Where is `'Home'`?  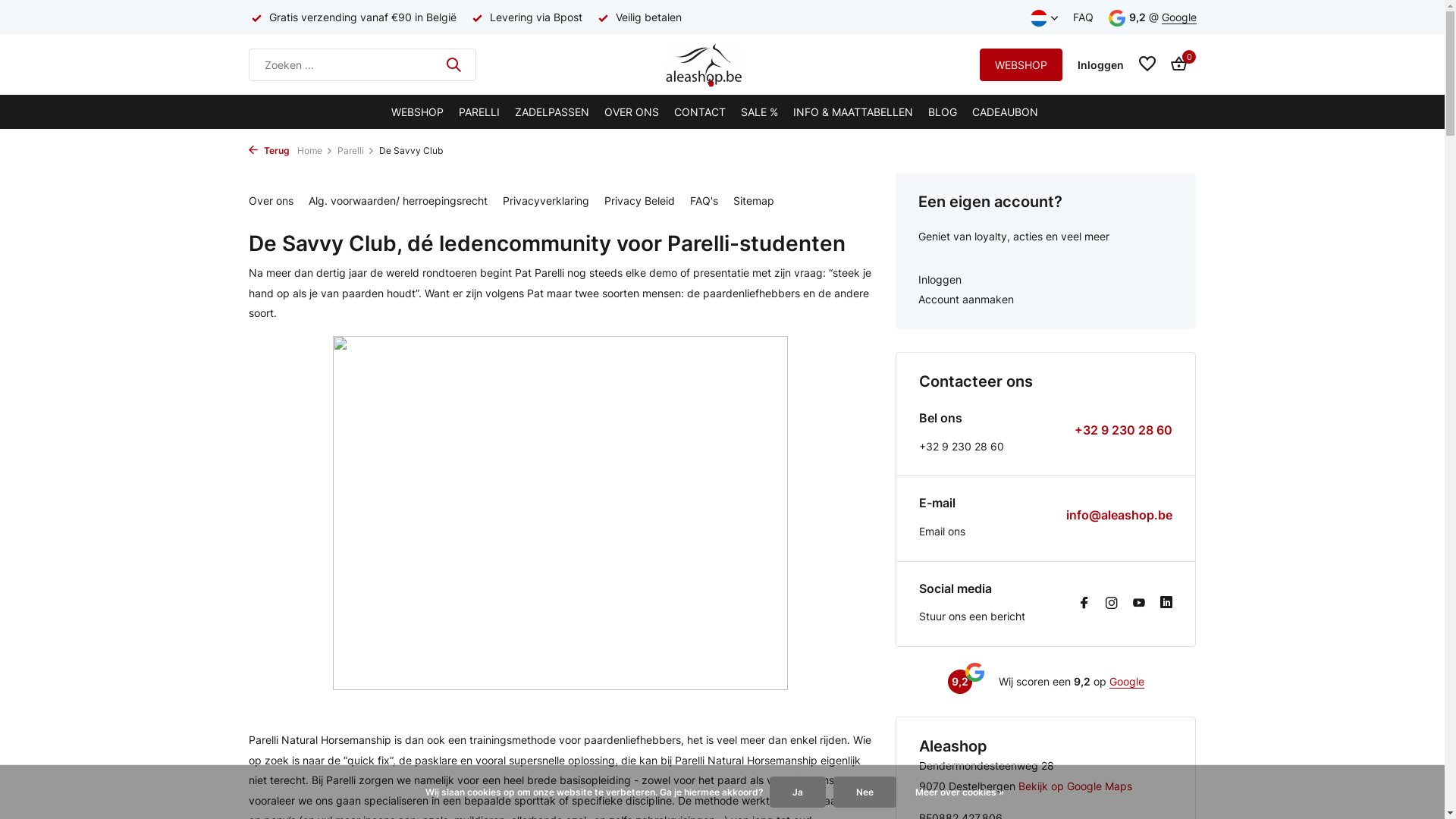 'Home' is located at coordinates (316, 151).